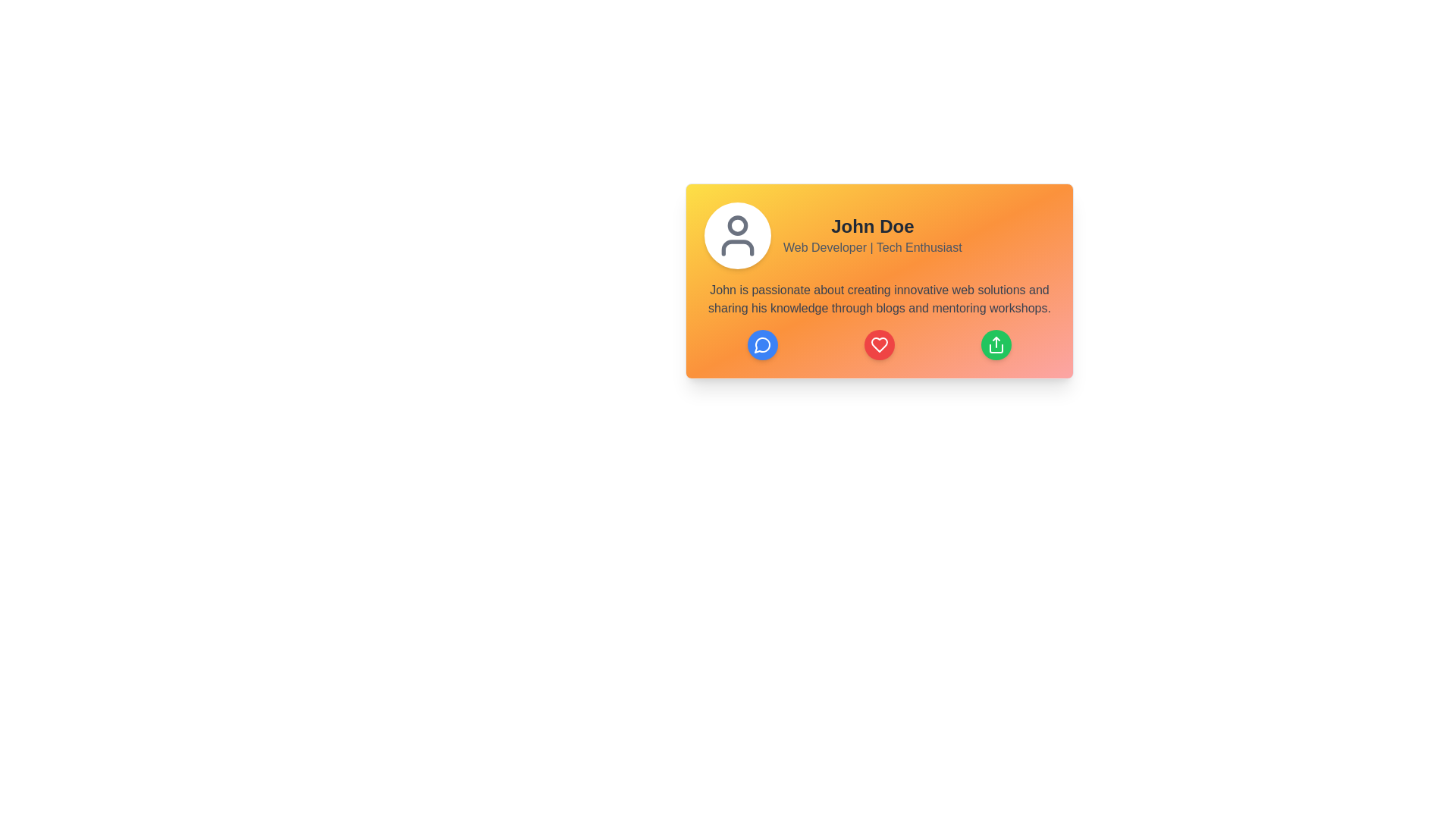 This screenshot has width=1456, height=819. What do you see at coordinates (872, 227) in the screenshot?
I see `the label that displays the individual's name at the top-left section of the card interface, right-aligned to a person icon` at bounding box center [872, 227].